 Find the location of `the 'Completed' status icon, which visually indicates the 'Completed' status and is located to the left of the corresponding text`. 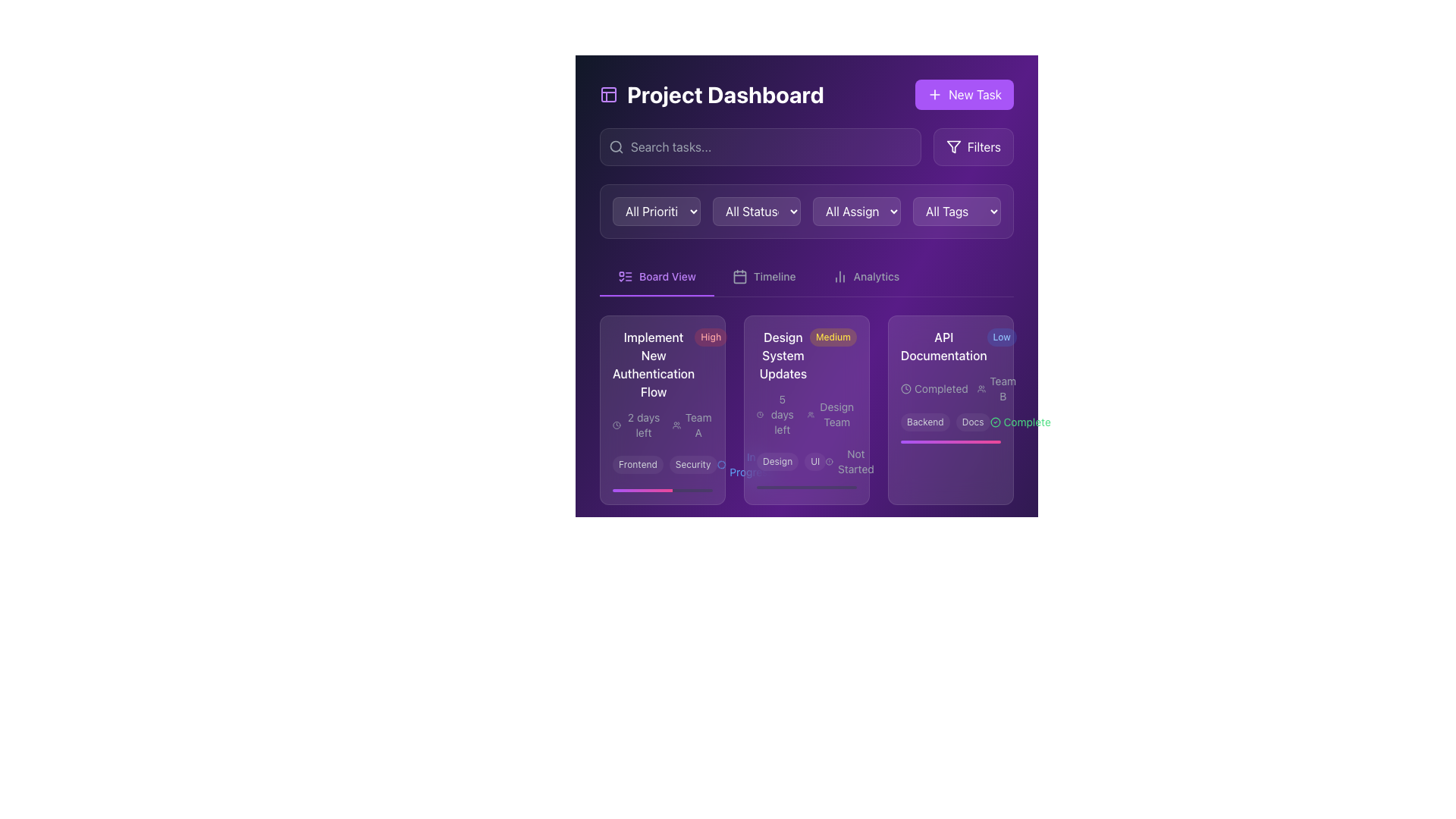

the 'Completed' status icon, which visually indicates the 'Completed' status and is located to the left of the corresponding text is located at coordinates (906, 388).